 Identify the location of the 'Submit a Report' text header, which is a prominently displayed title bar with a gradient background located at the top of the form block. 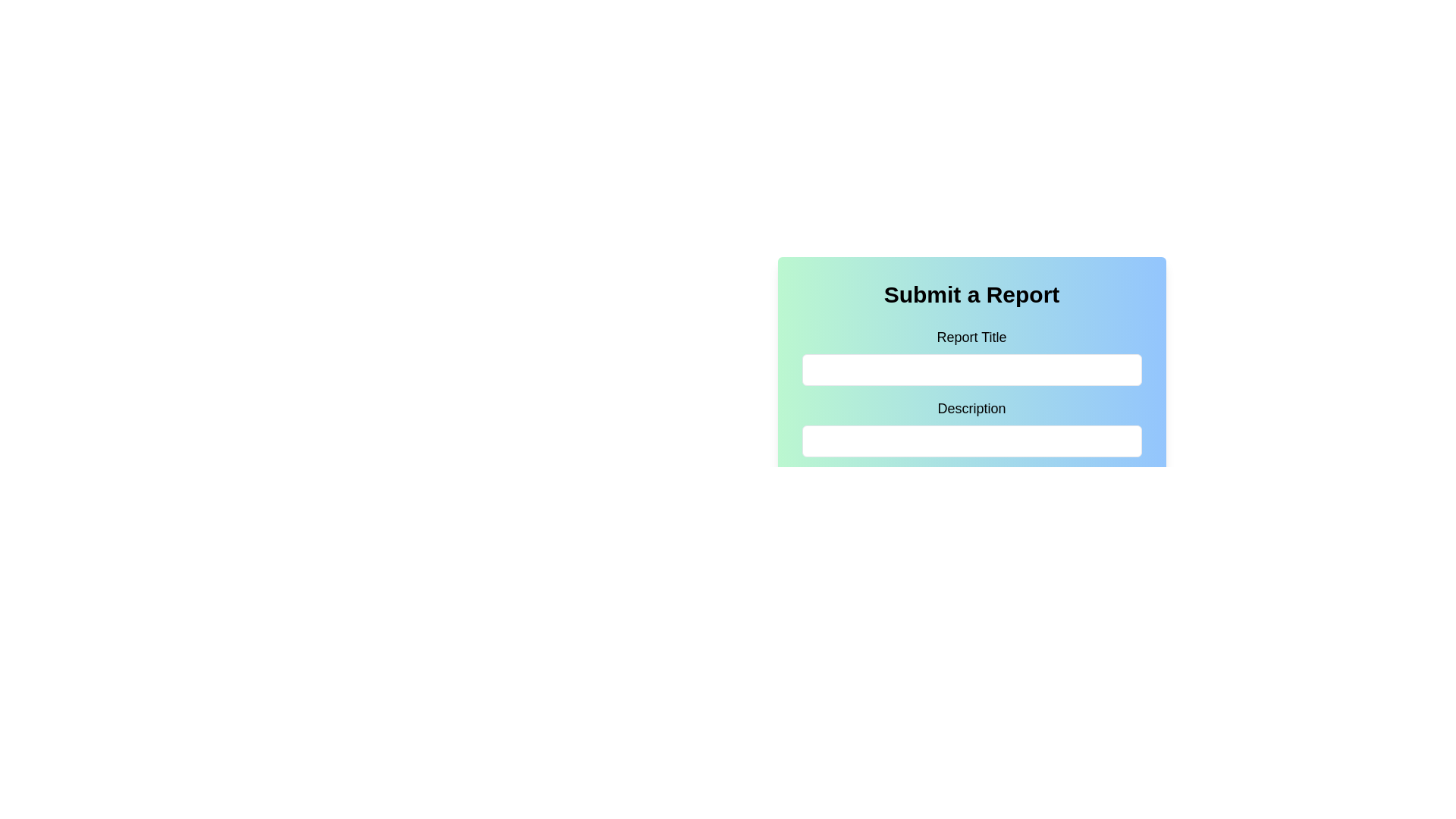
(971, 295).